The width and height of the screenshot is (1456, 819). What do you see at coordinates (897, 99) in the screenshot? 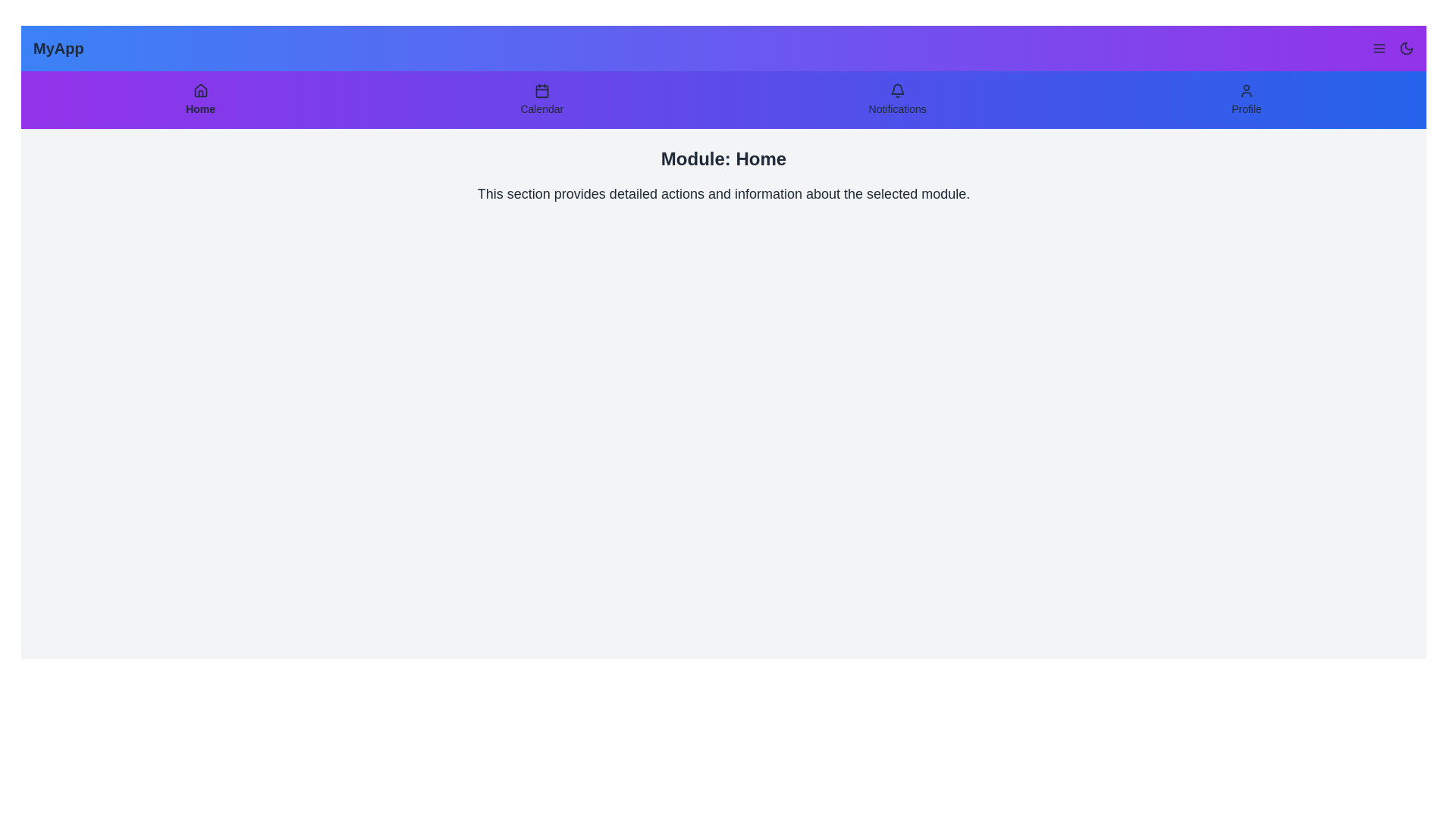
I see `the Notifications tab in the navigation bar` at bounding box center [897, 99].